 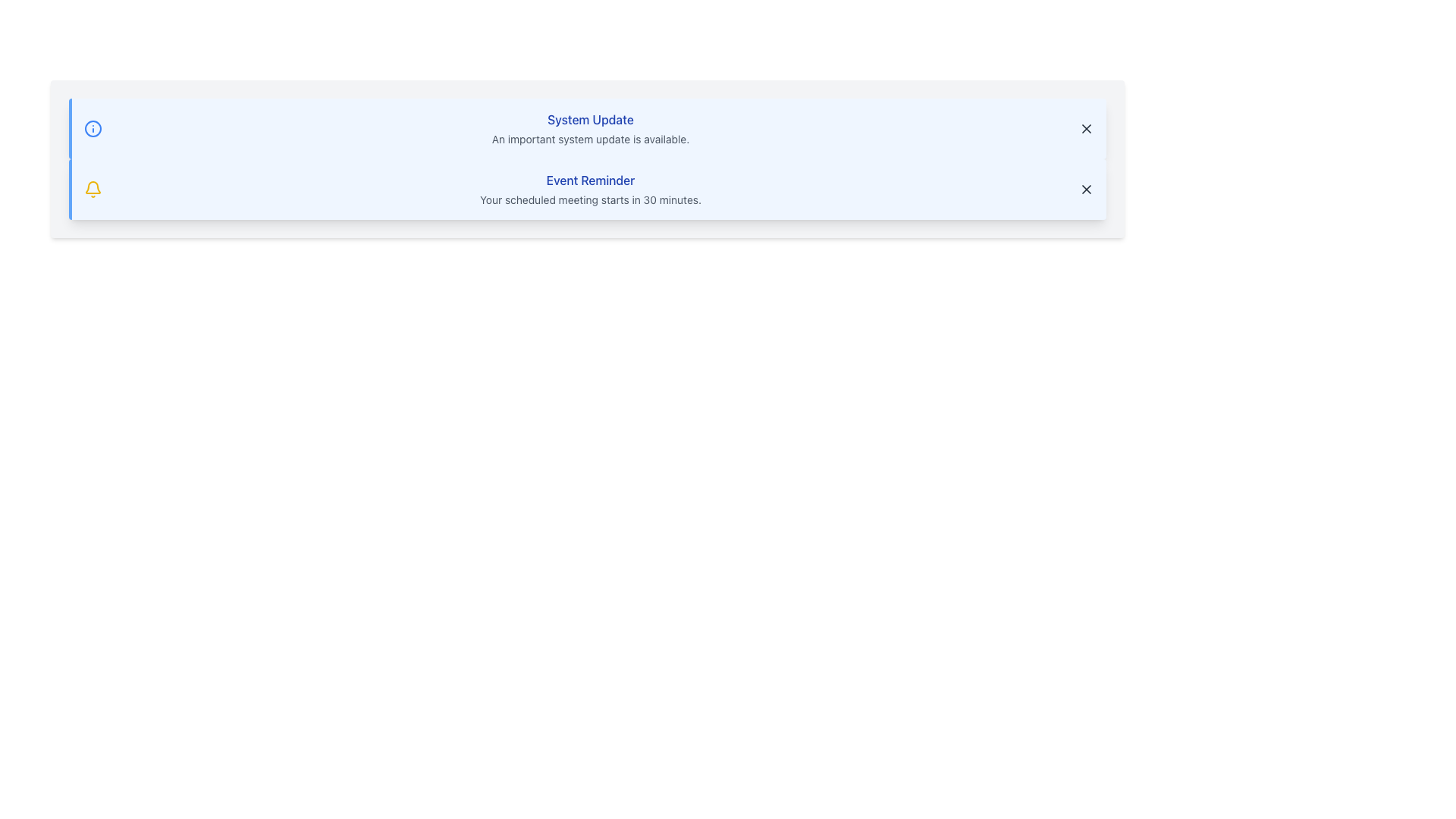 What do you see at coordinates (93, 127) in the screenshot?
I see `the central circular component of the SVG-based information icon in the upper-left portion of the blue notification area` at bounding box center [93, 127].